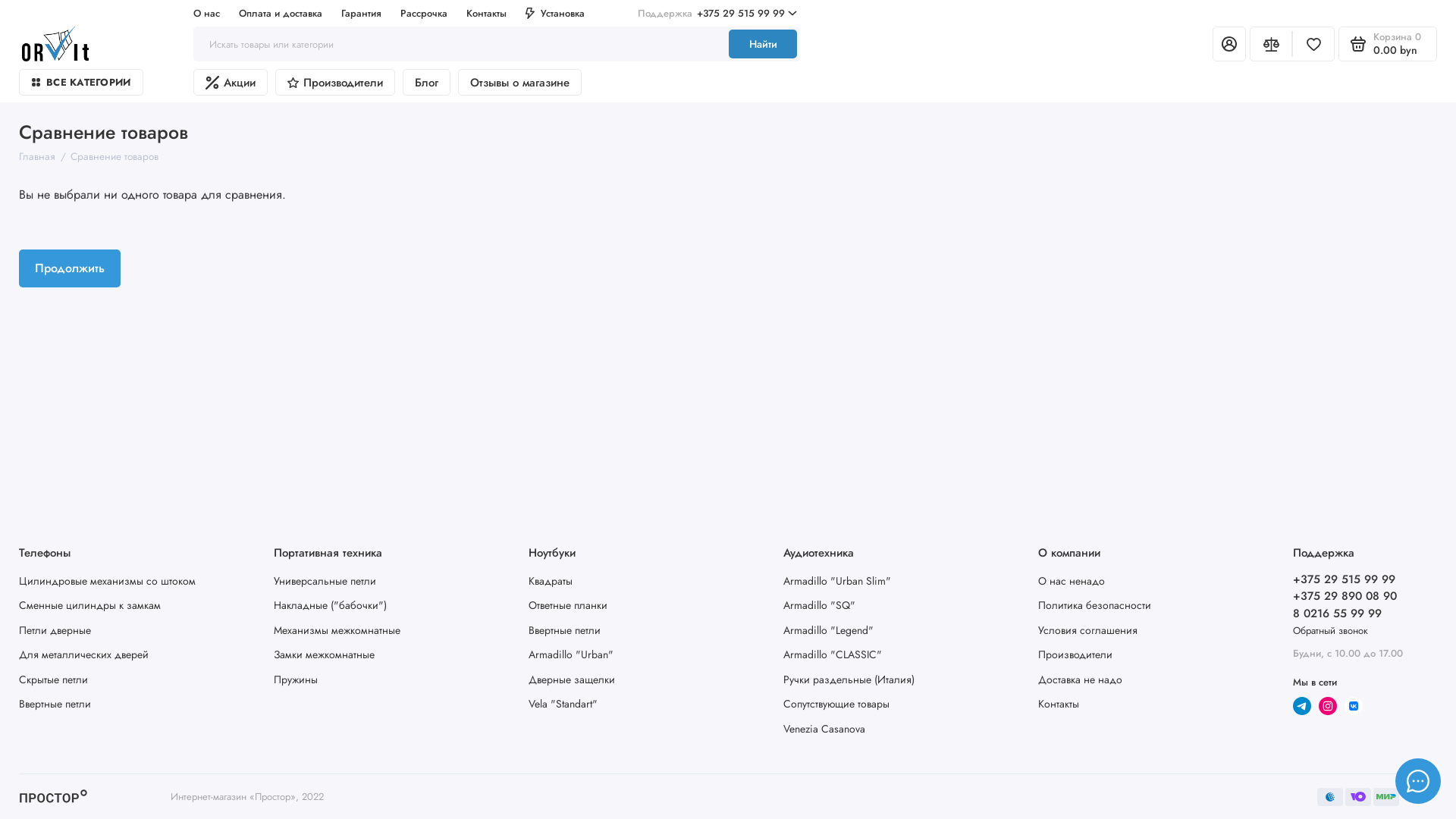  Describe the element at coordinates (562, 704) in the screenshot. I see `'Vela "Standart"'` at that location.